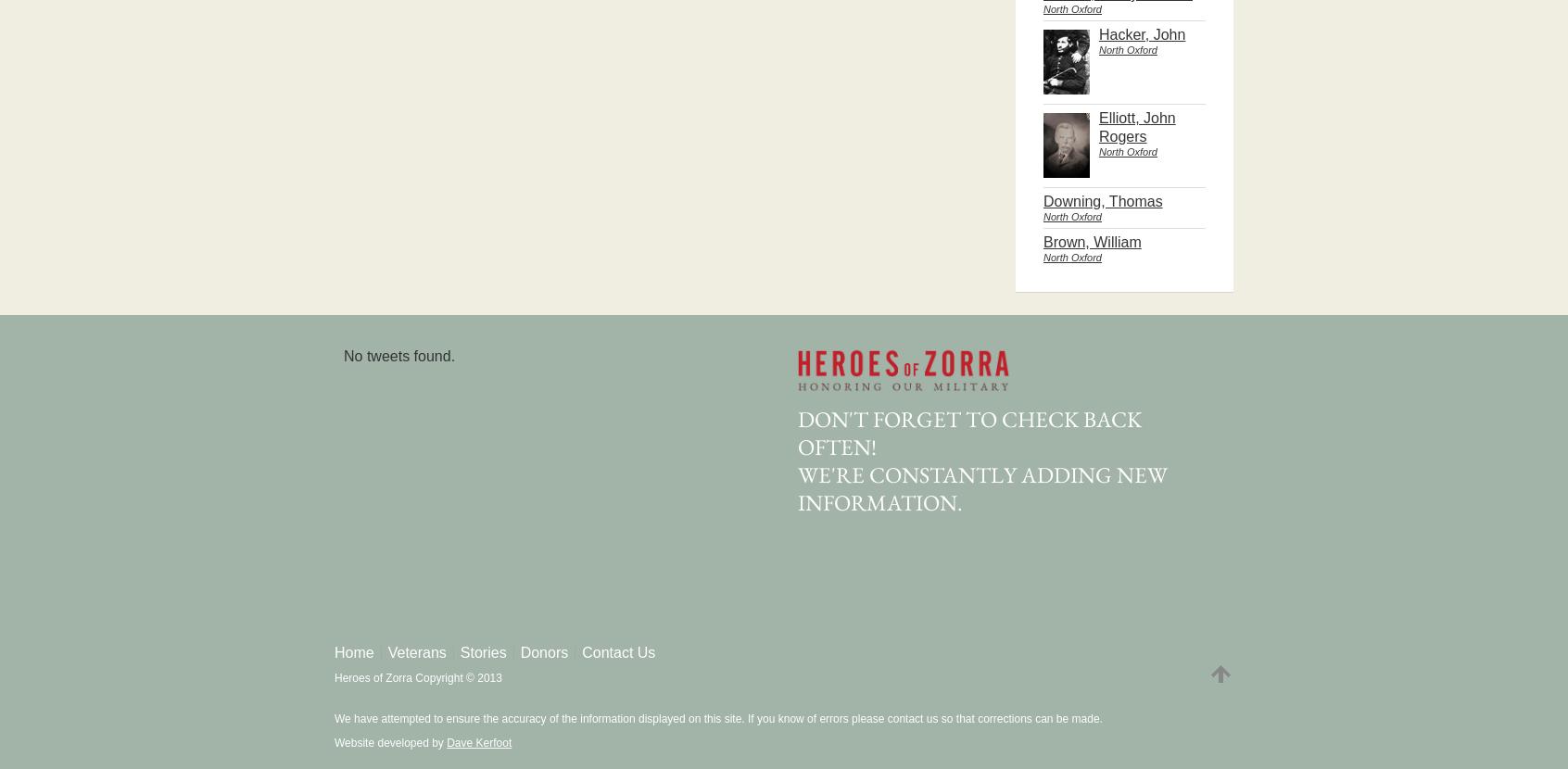 This screenshot has width=1568, height=769. Describe the element at coordinates (1097, 126) in the screenshot. I see `'Elliott, John Rogers'` at that location.